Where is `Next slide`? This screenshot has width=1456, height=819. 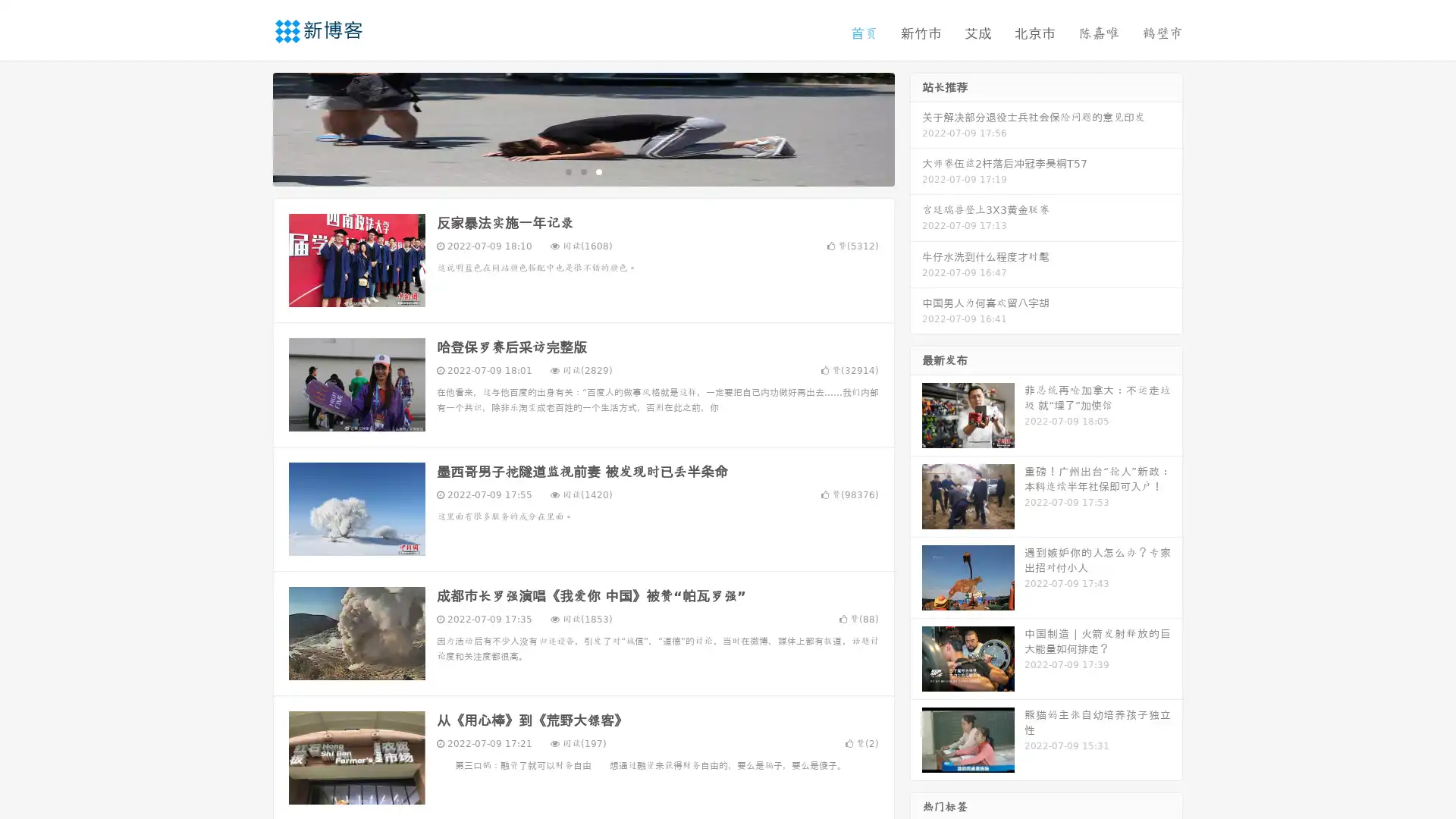
Next slide is located at coordinates (916, 127).